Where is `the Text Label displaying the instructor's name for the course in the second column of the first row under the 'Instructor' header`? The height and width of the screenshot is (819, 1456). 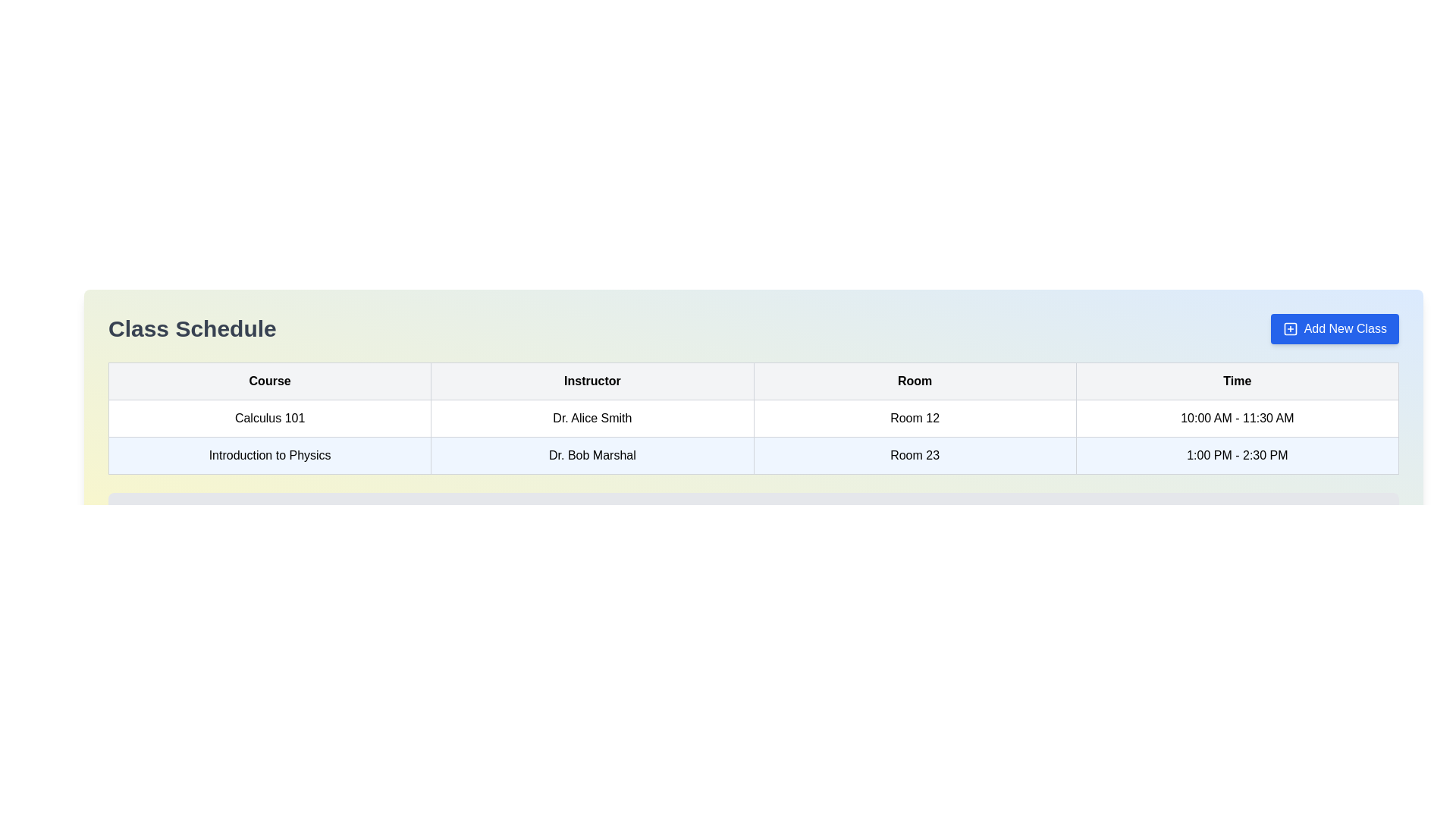 the Text Label displaying the instructor's name for the course in the second column of the first row under the 'Instructor' header is located at coordinates (591, 418).